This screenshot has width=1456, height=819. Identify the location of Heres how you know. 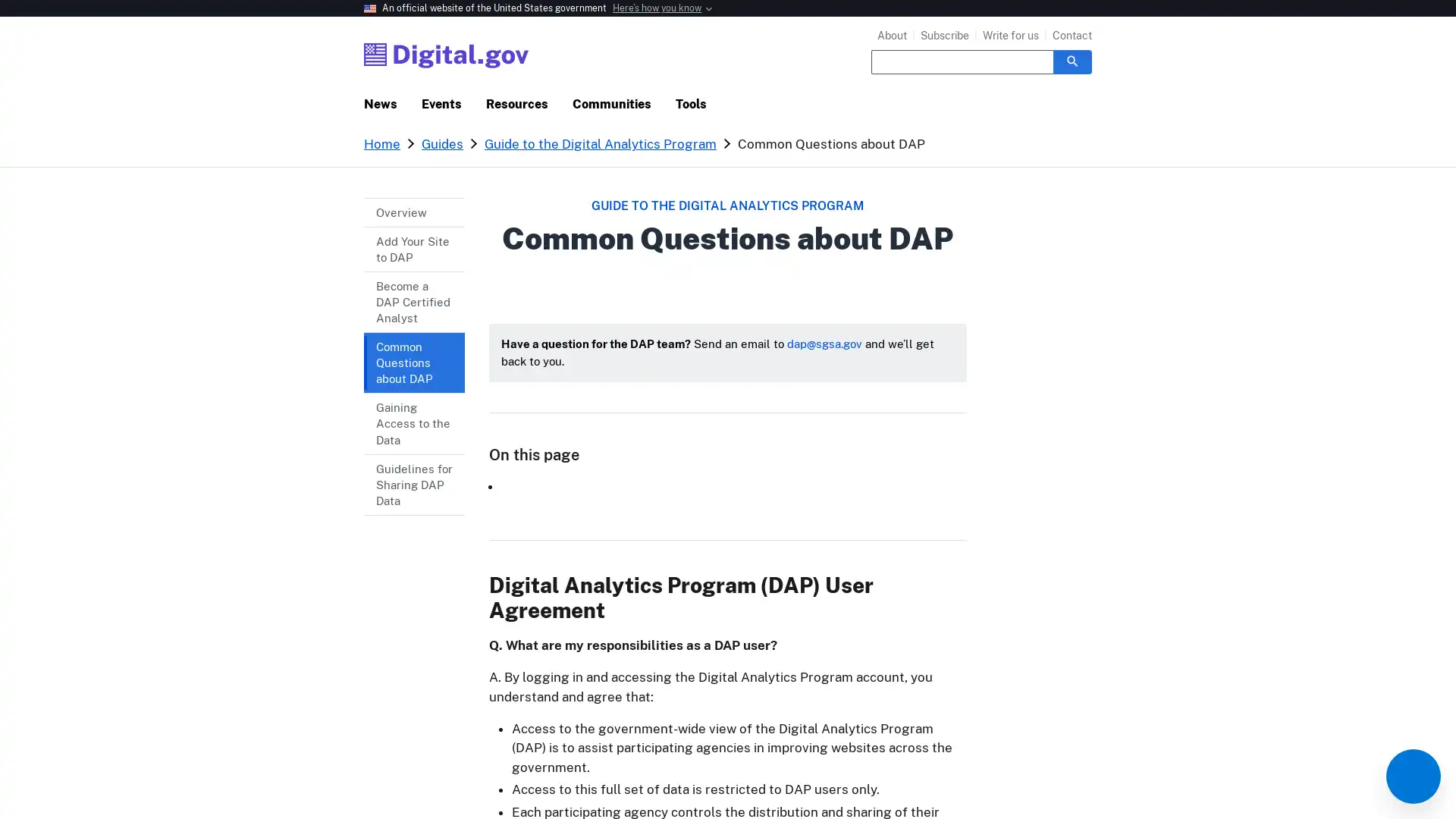
(657, 8).